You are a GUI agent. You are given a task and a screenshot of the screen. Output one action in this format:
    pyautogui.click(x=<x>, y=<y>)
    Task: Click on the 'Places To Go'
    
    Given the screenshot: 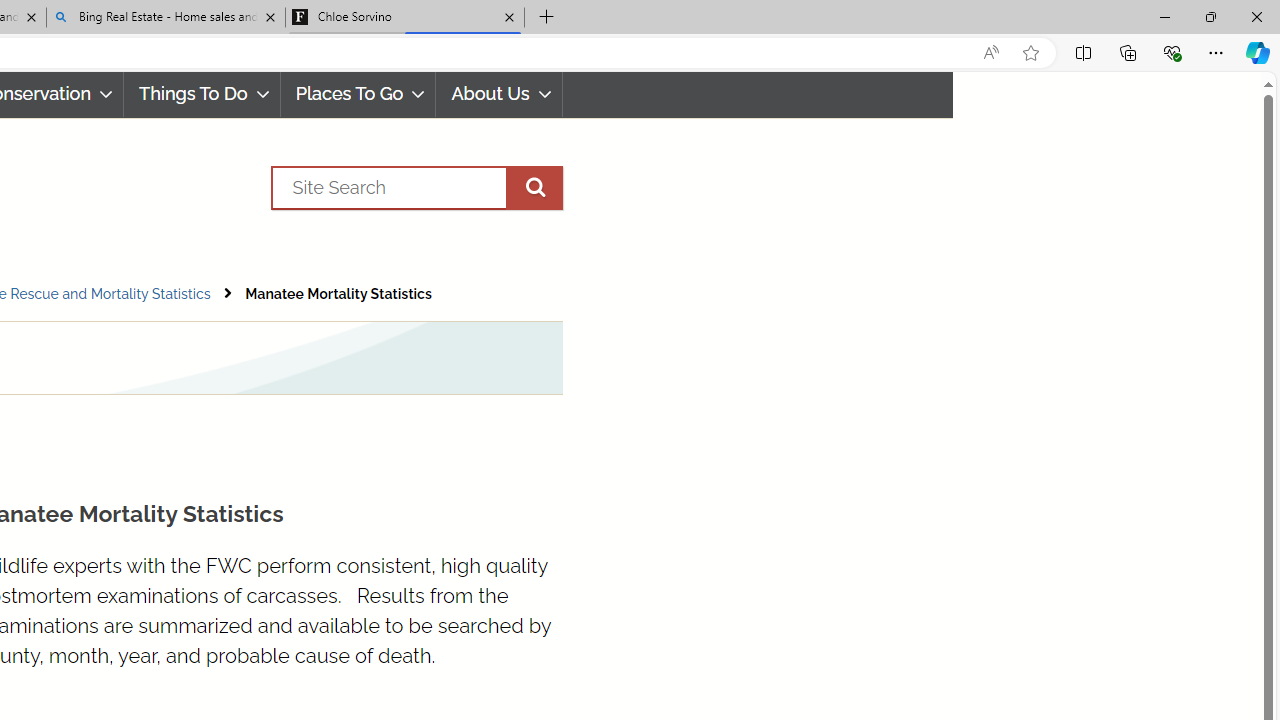 What is the action you would take?
    pyautogui.click(x=358, y=94)
    